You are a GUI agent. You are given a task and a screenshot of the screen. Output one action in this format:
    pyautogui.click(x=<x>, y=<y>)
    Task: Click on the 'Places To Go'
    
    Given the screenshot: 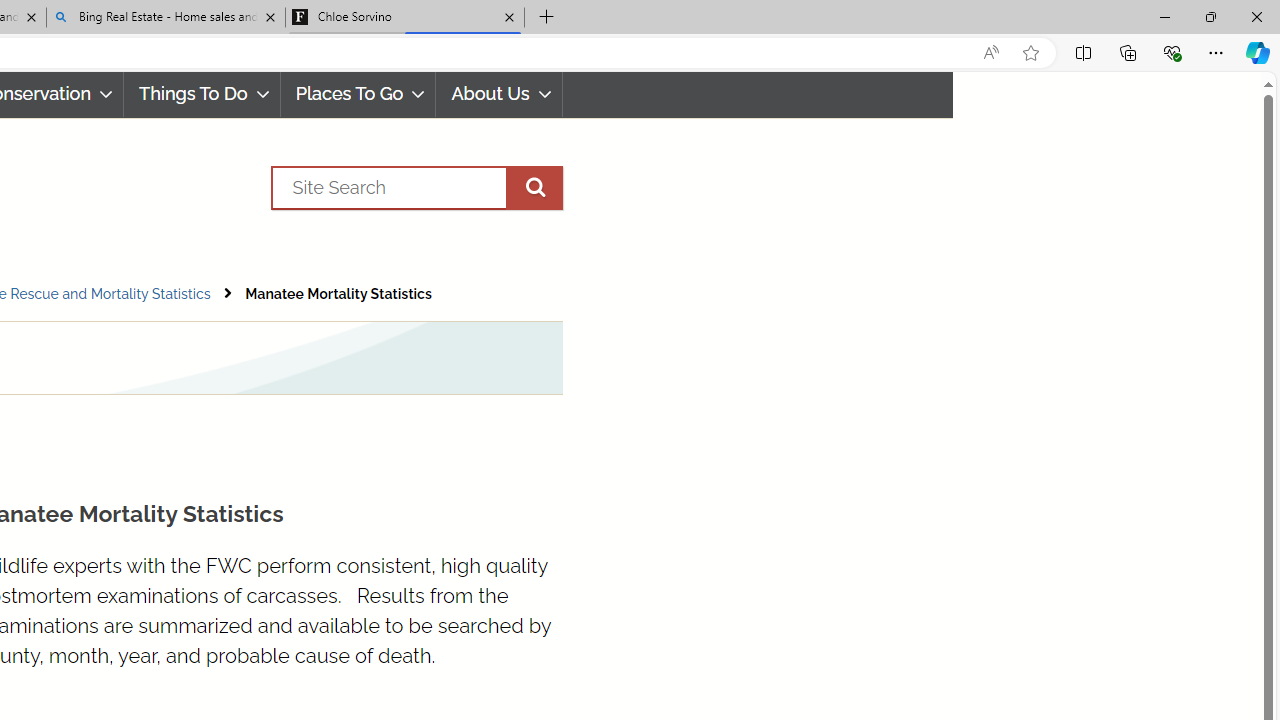 What is the action you would take?
    pyautogui.click(x=358, y=94)
    